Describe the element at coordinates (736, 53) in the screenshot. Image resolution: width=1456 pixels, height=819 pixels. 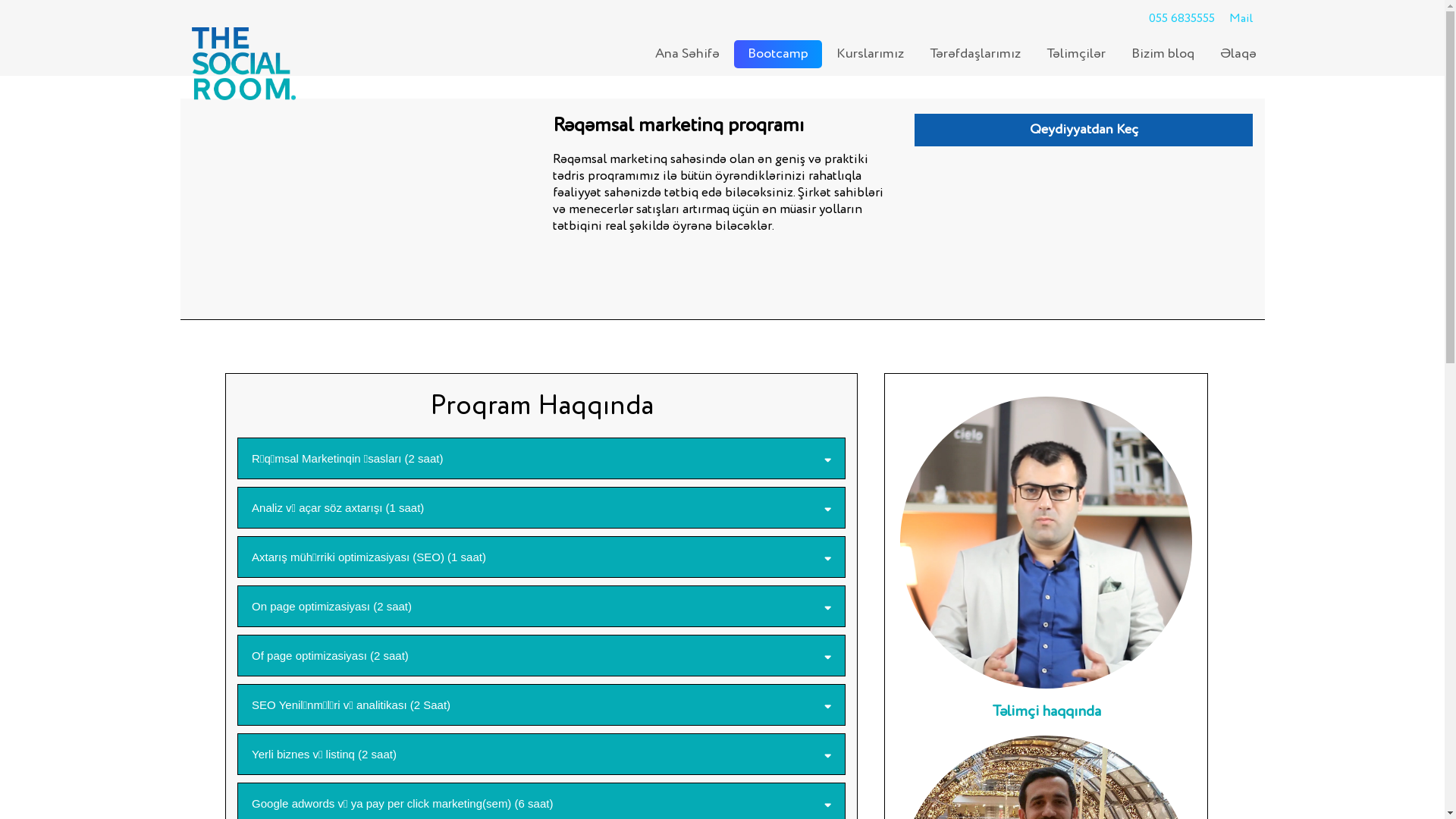
I see `'Bootcamp'` at that location.